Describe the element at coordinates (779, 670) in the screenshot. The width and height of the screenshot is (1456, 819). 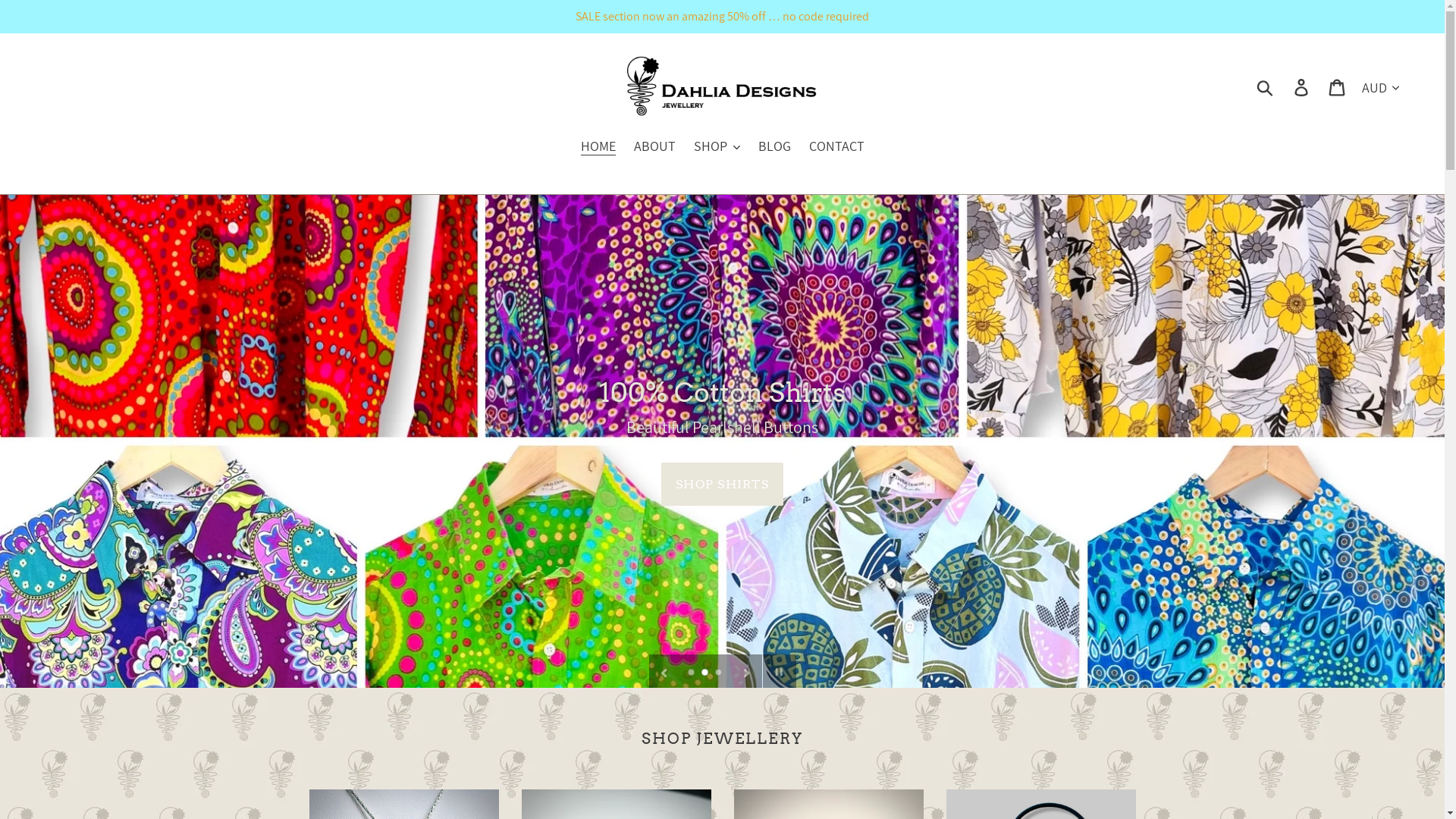
I see `'Pause slideshow'` at that location.